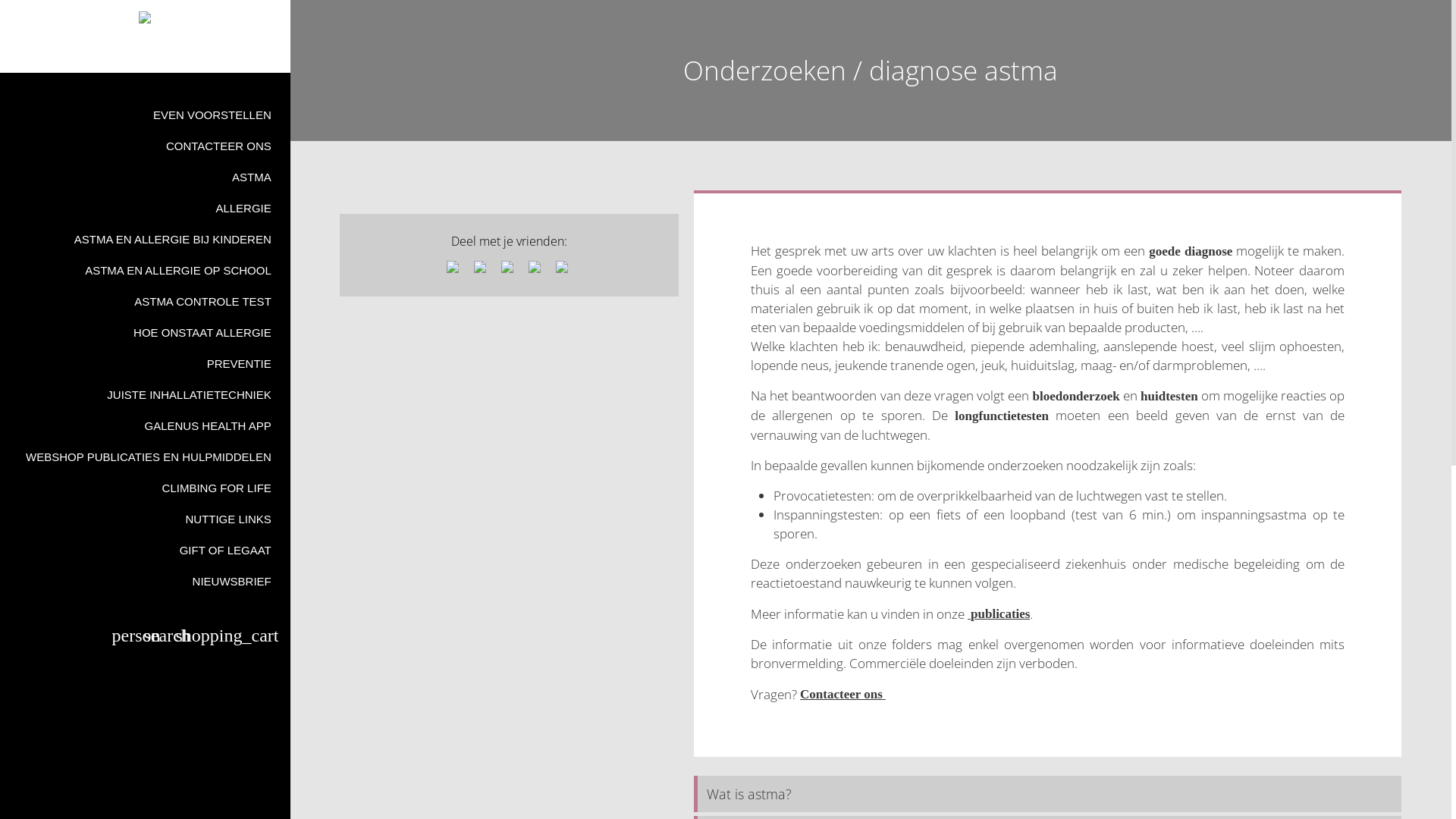 This screenshot has width=1456, height=819. I want to click on 'ASTMA EN ALLERGIE BIJ KINDEREN', so click(0, 239).